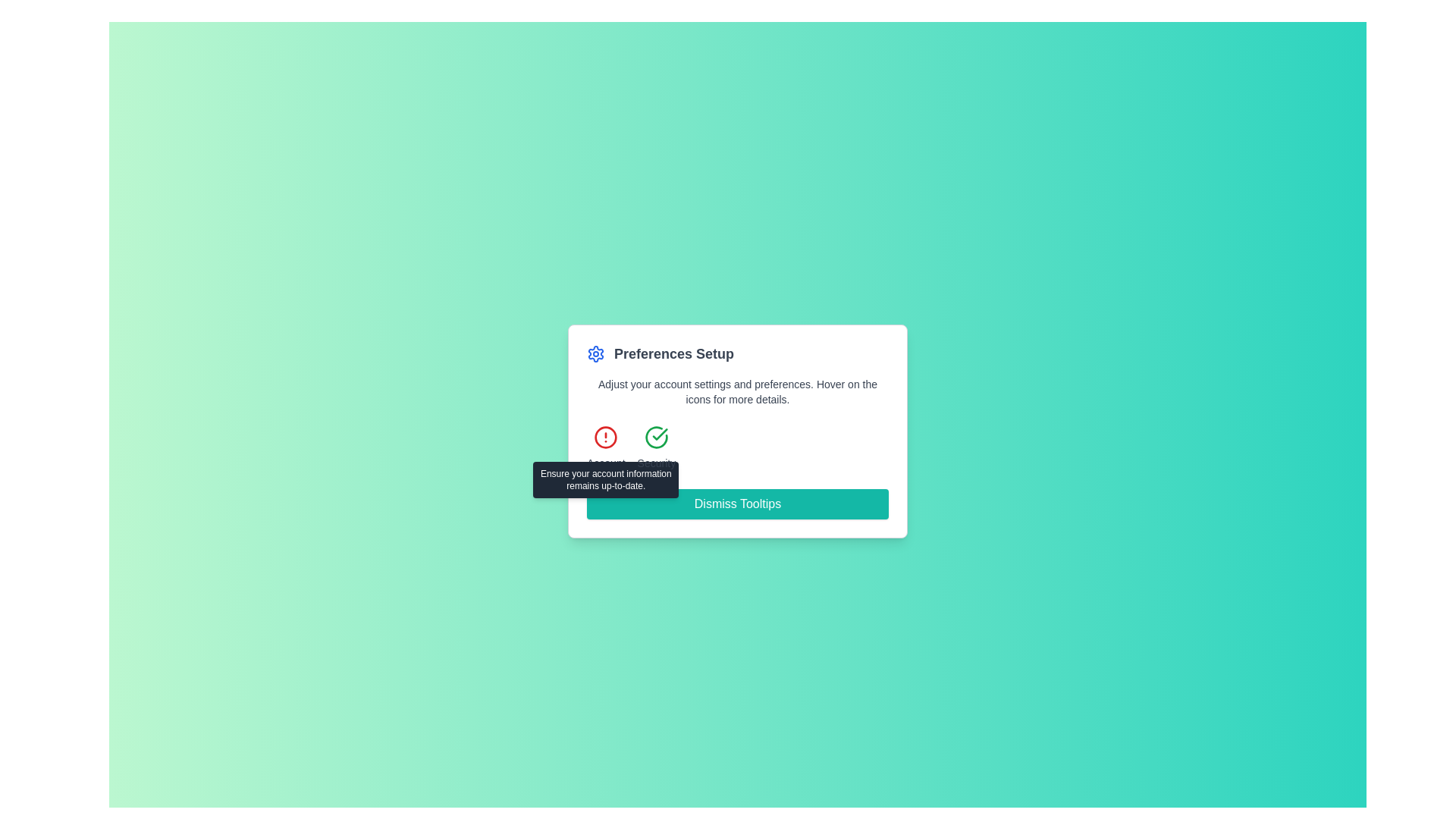  I want to click on the blue gear icon associated with settings functionality, located to the left of the 'Preferences Setup' heading, so click(595, 353).